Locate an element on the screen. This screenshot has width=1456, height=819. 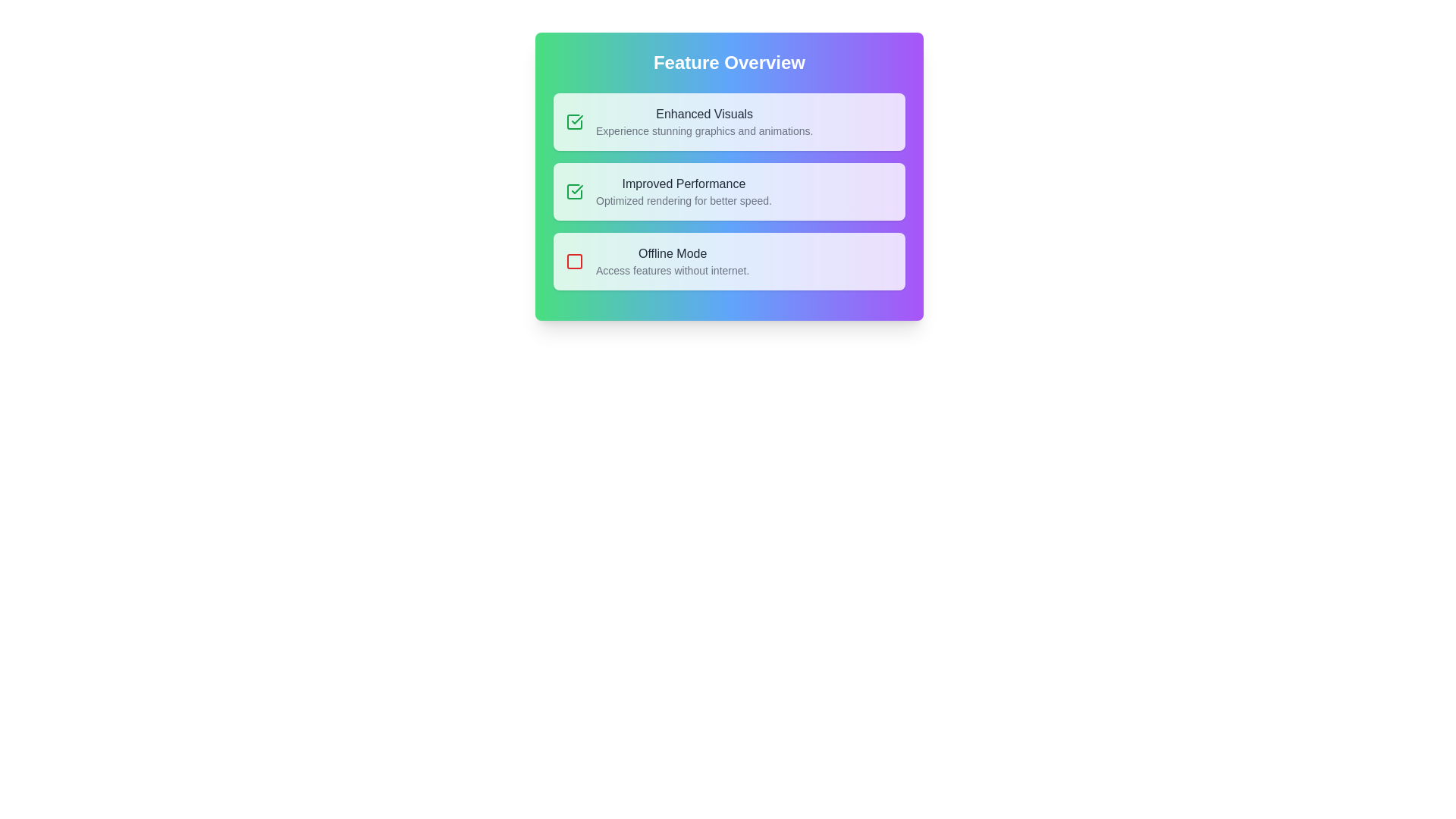
the feature item titled 'Improved Performance' to inspect its details is located at coordinates (729, 191).